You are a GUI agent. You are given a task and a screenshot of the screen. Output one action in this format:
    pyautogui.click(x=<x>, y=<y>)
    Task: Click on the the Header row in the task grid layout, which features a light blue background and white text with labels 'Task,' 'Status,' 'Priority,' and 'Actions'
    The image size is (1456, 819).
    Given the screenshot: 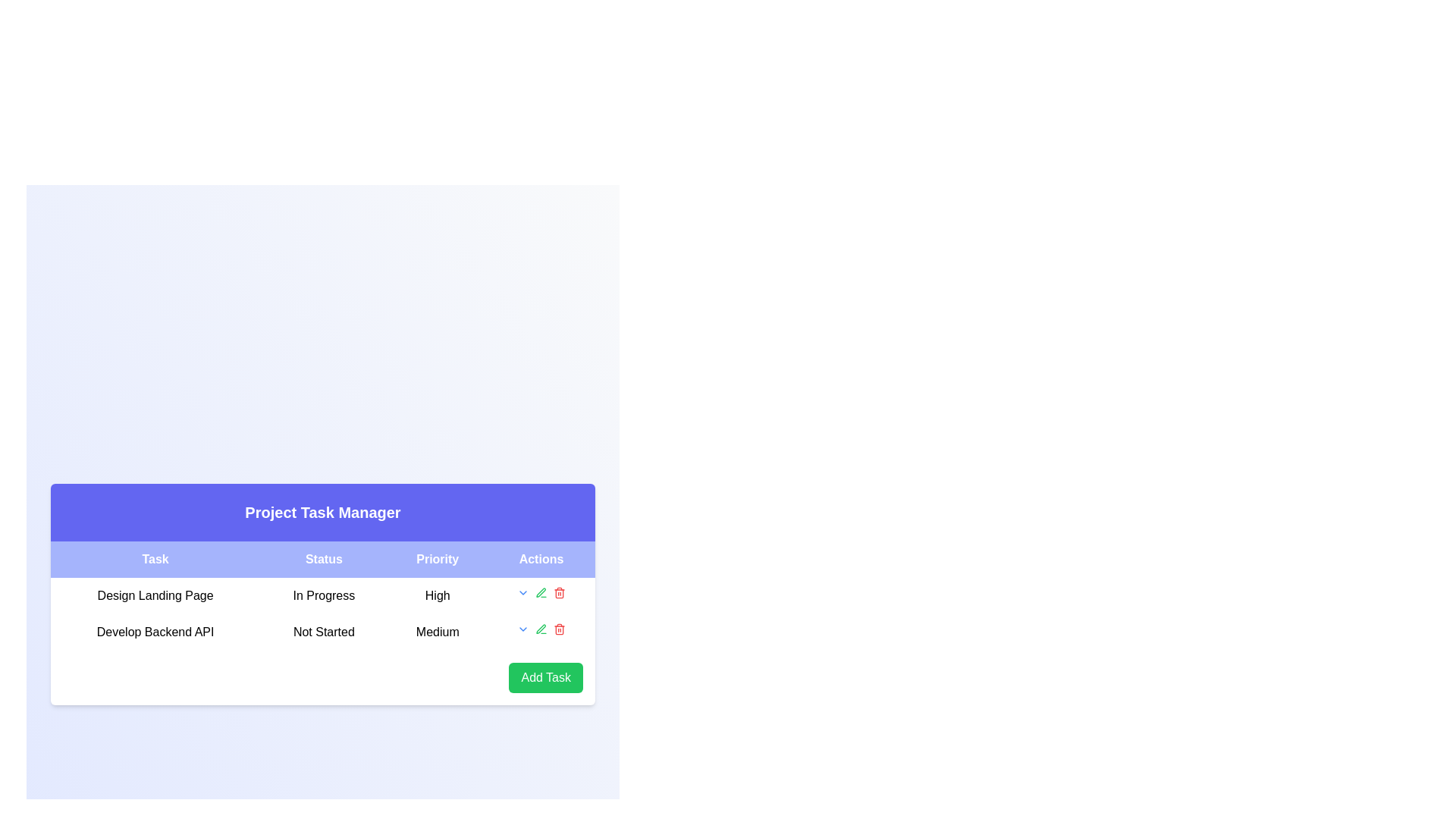 What is the action you would take?
    pyautogui.click(x=322, y=559)
    